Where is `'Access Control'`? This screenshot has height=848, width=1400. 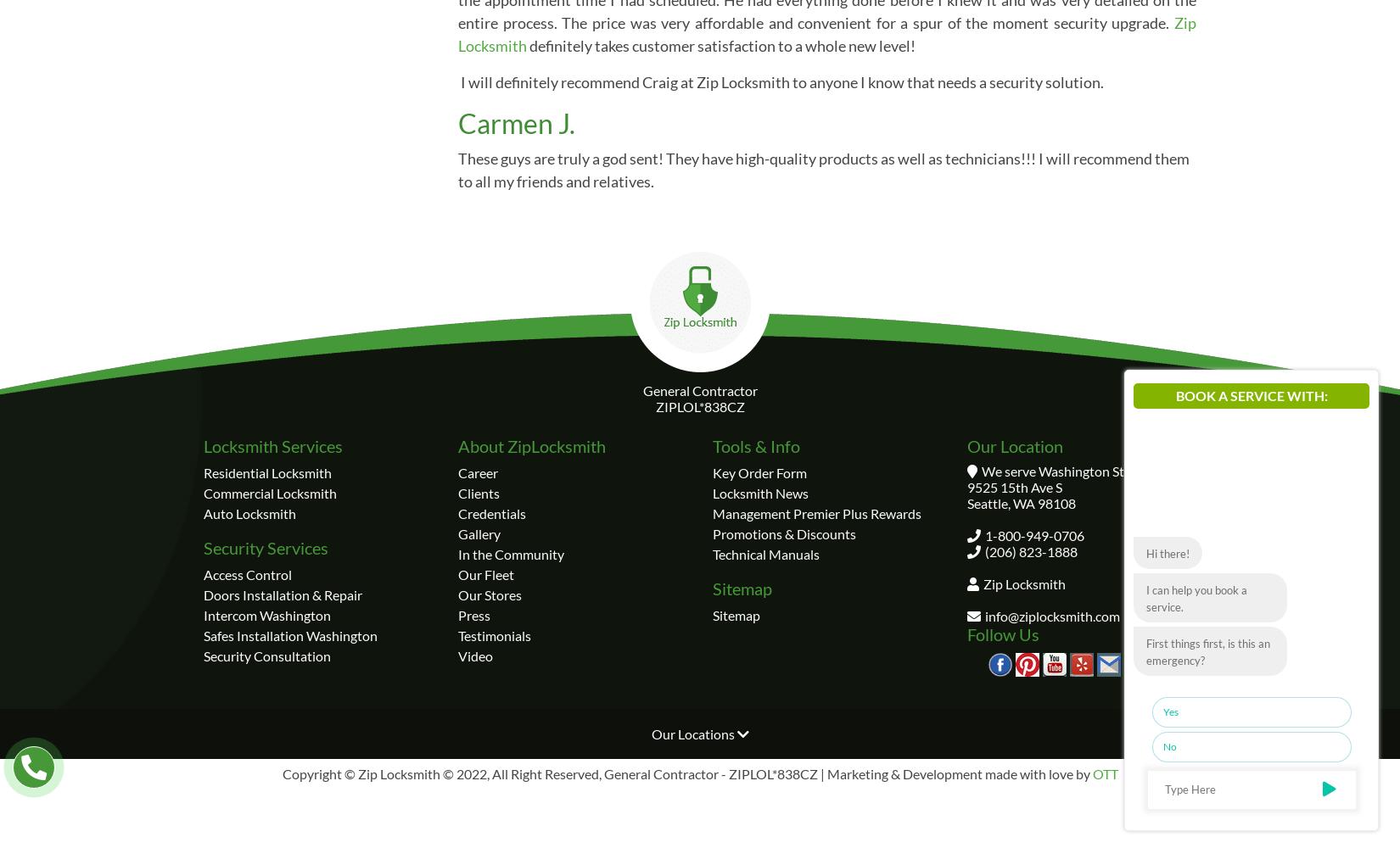
'Access Control' is located at coordinates (248, 573).